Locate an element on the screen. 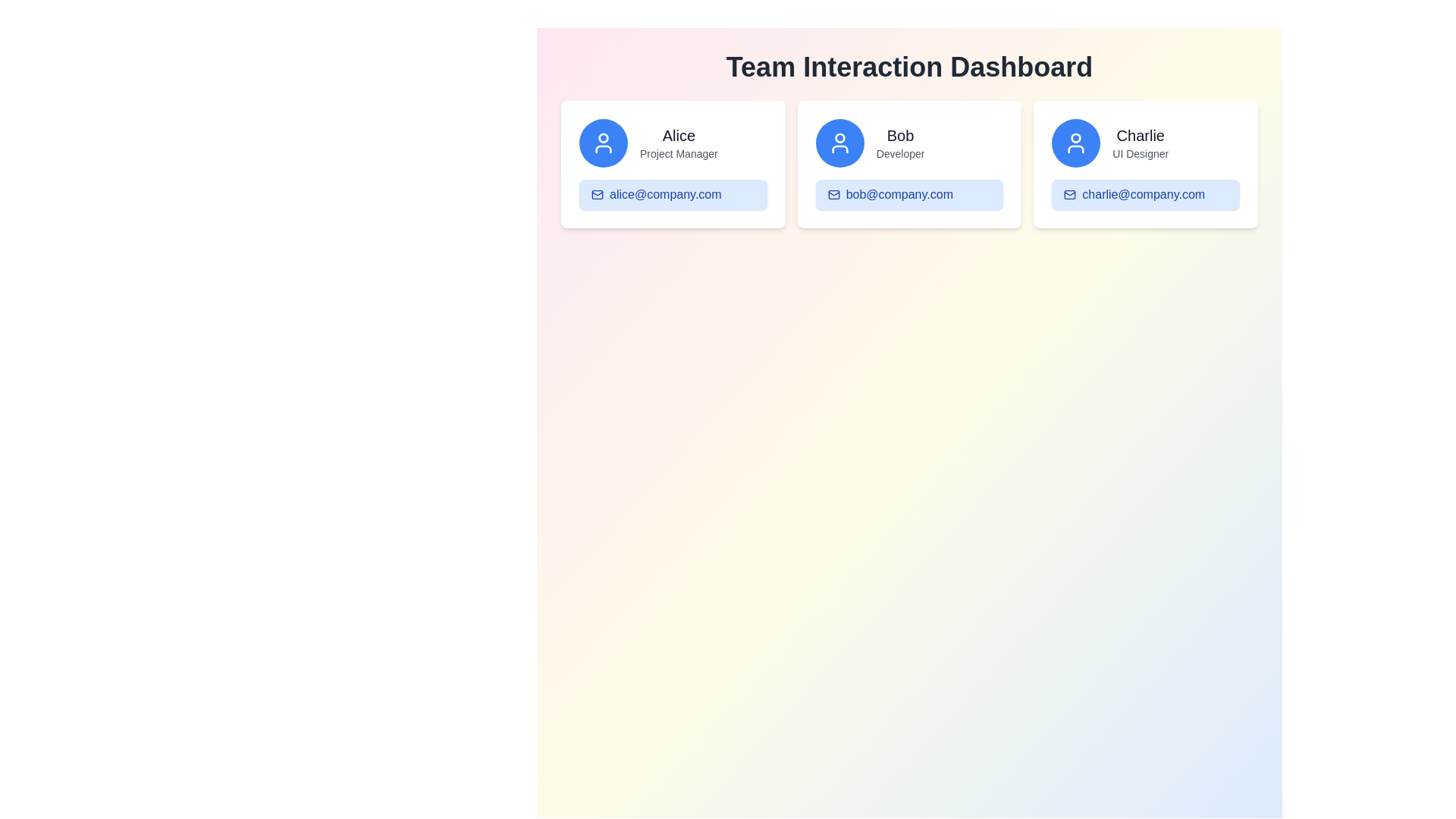 Image resolution: width=1456 pixels, height=819 pixels. the user profile card for Charlie, which is the third card in a row of three is located at coordinates (1146, 164).